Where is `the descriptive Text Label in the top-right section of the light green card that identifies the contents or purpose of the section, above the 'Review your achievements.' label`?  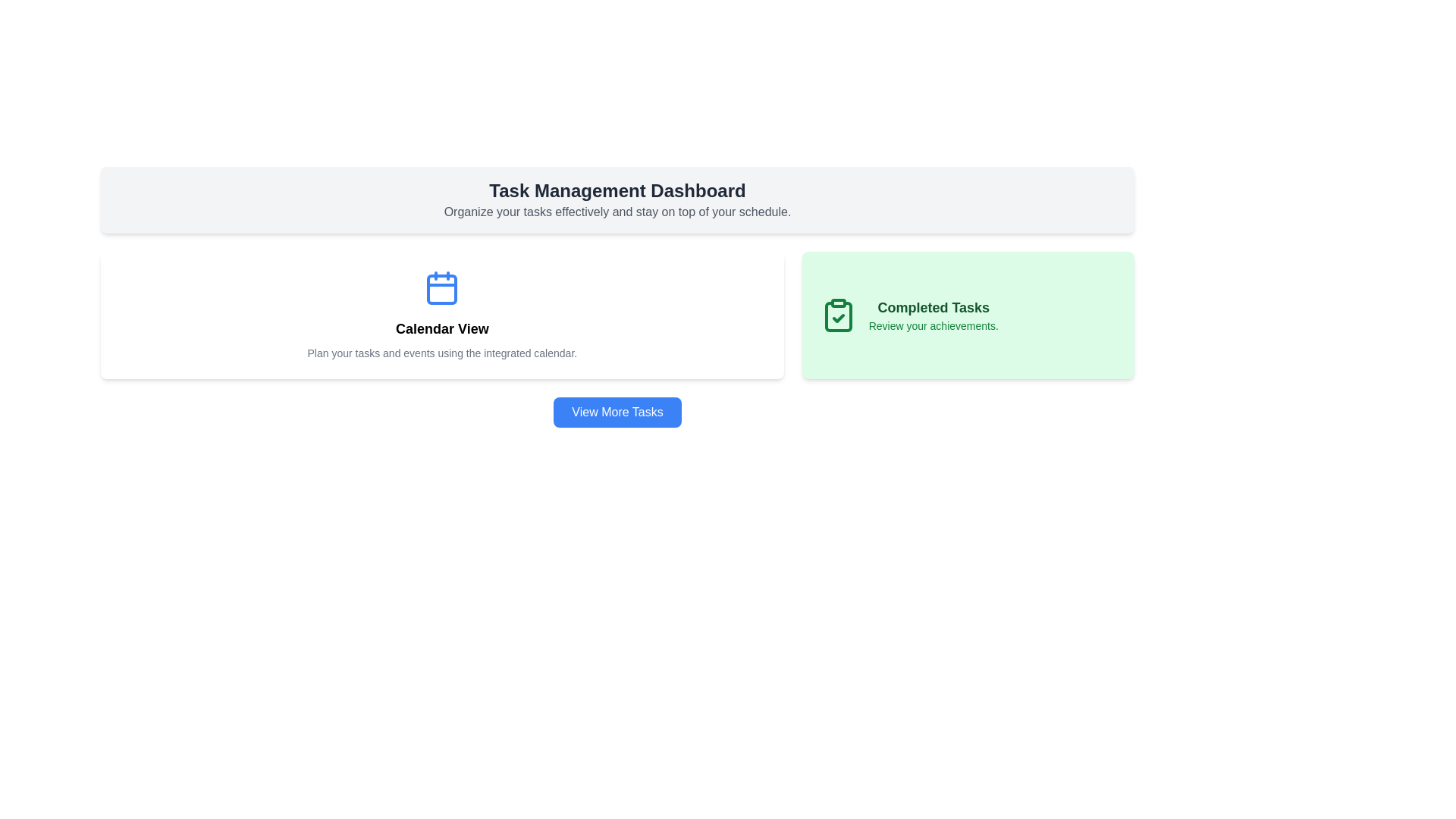 the descriptive Text Label in the top-right section of the light green card that identifies the contents or purpose of the section, above the 'Review your achievements.' label is located at coordinates (933, 307).